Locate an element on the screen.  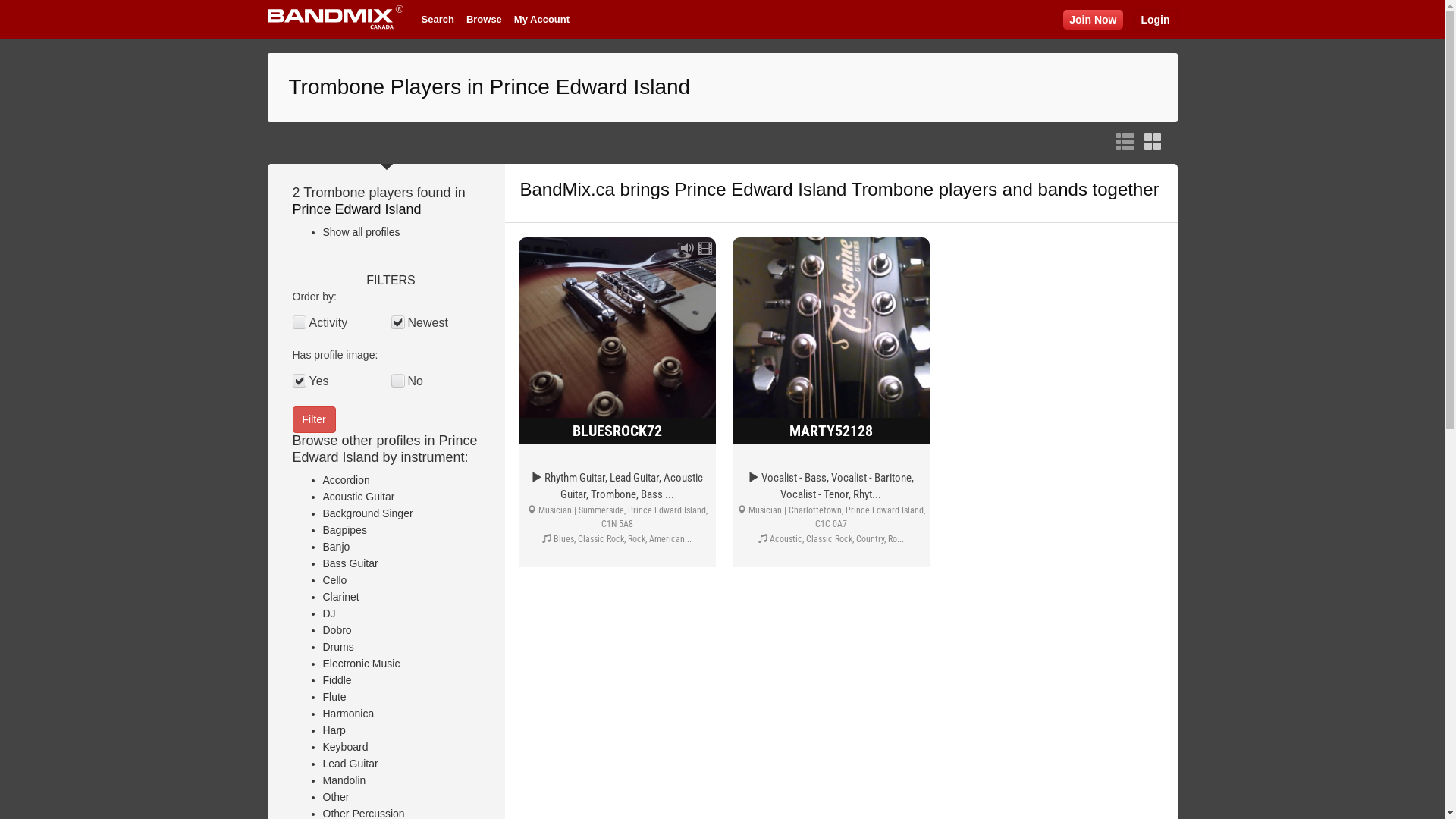
'Keyboard' is located at coordinates (322, 745).